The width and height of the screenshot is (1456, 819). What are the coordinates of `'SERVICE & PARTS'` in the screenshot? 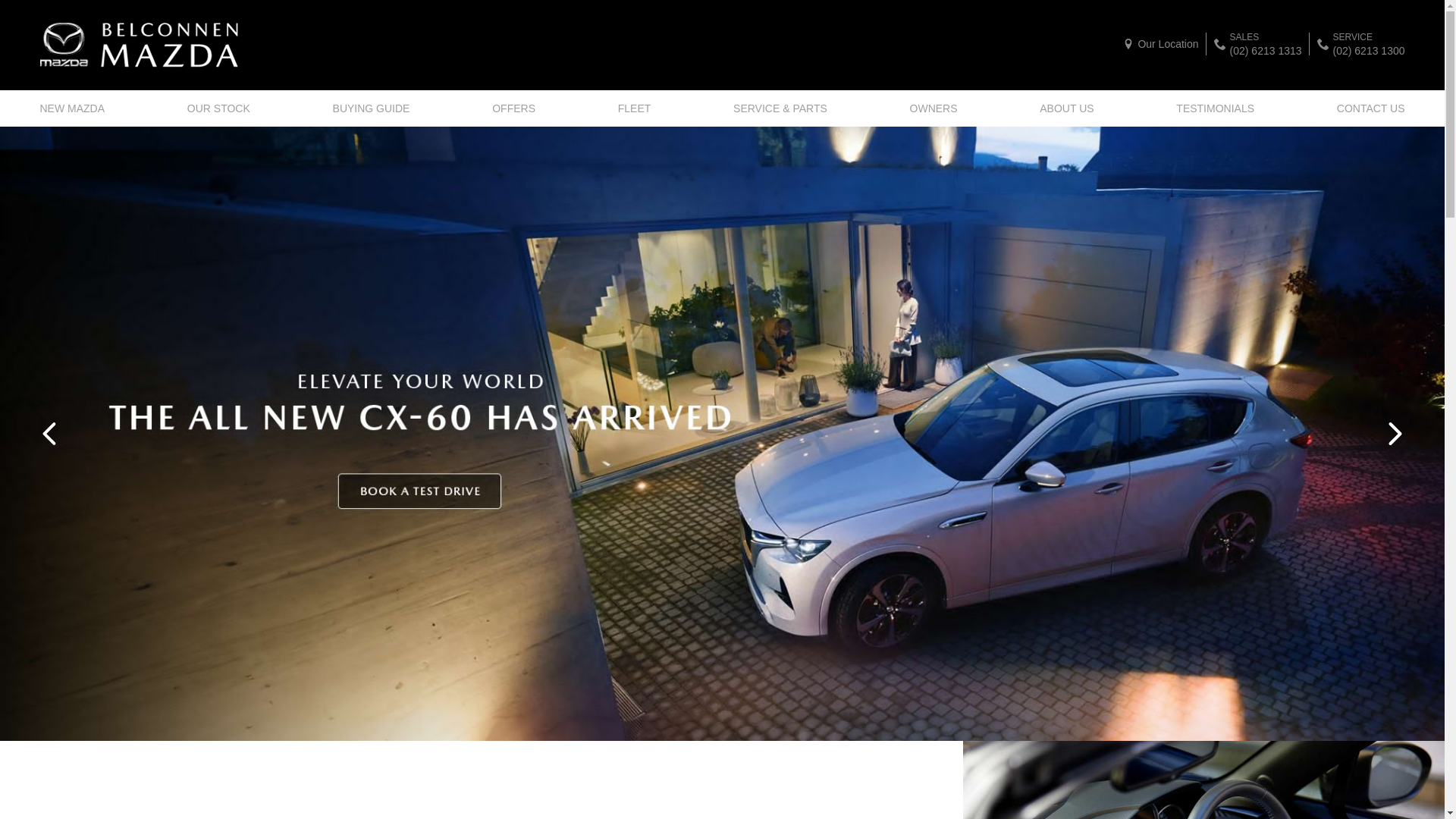 It's located at (780, 107).